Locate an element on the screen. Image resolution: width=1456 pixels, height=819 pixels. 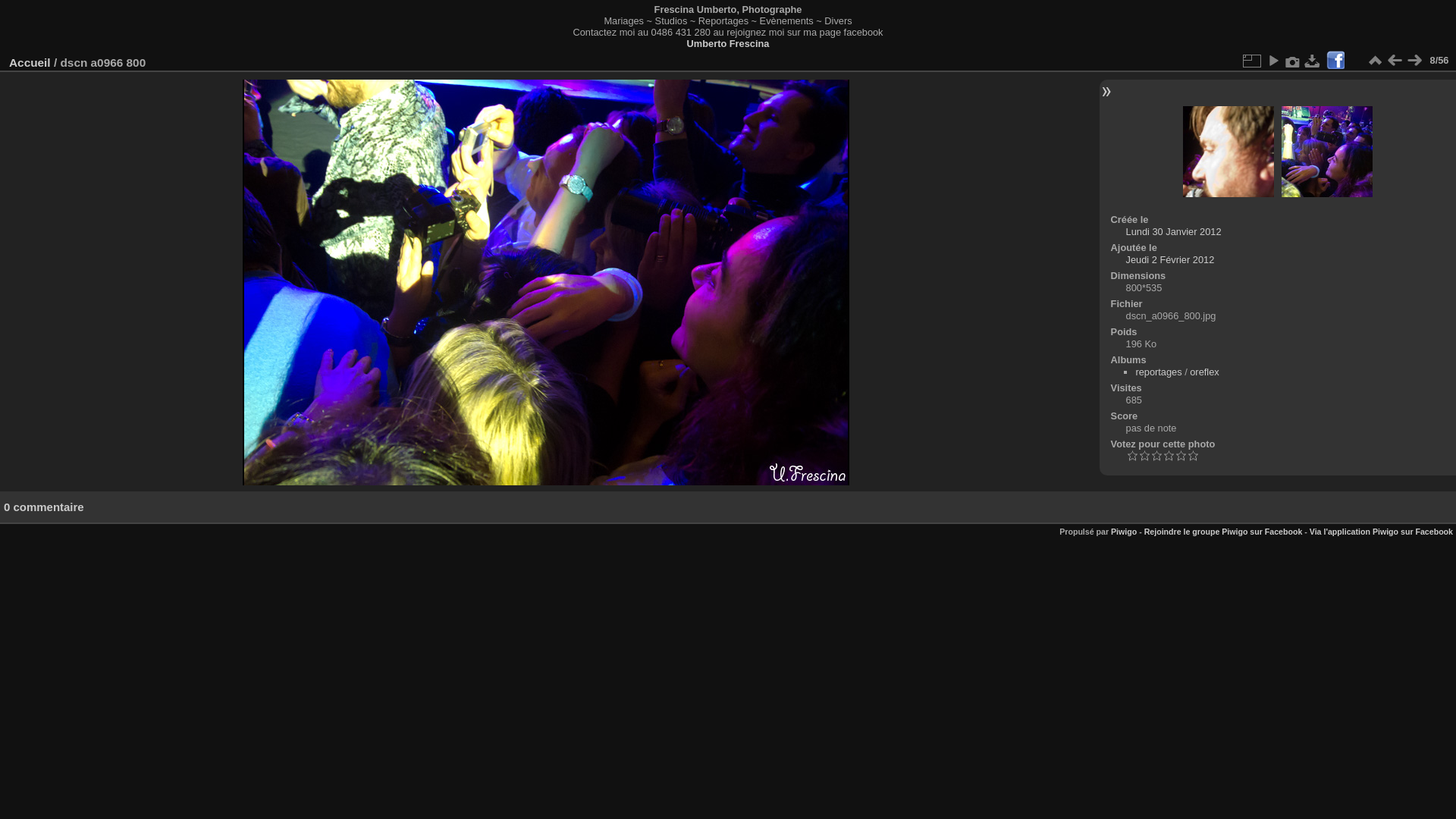
'oreflex' is located at coordinates (1203, 372).